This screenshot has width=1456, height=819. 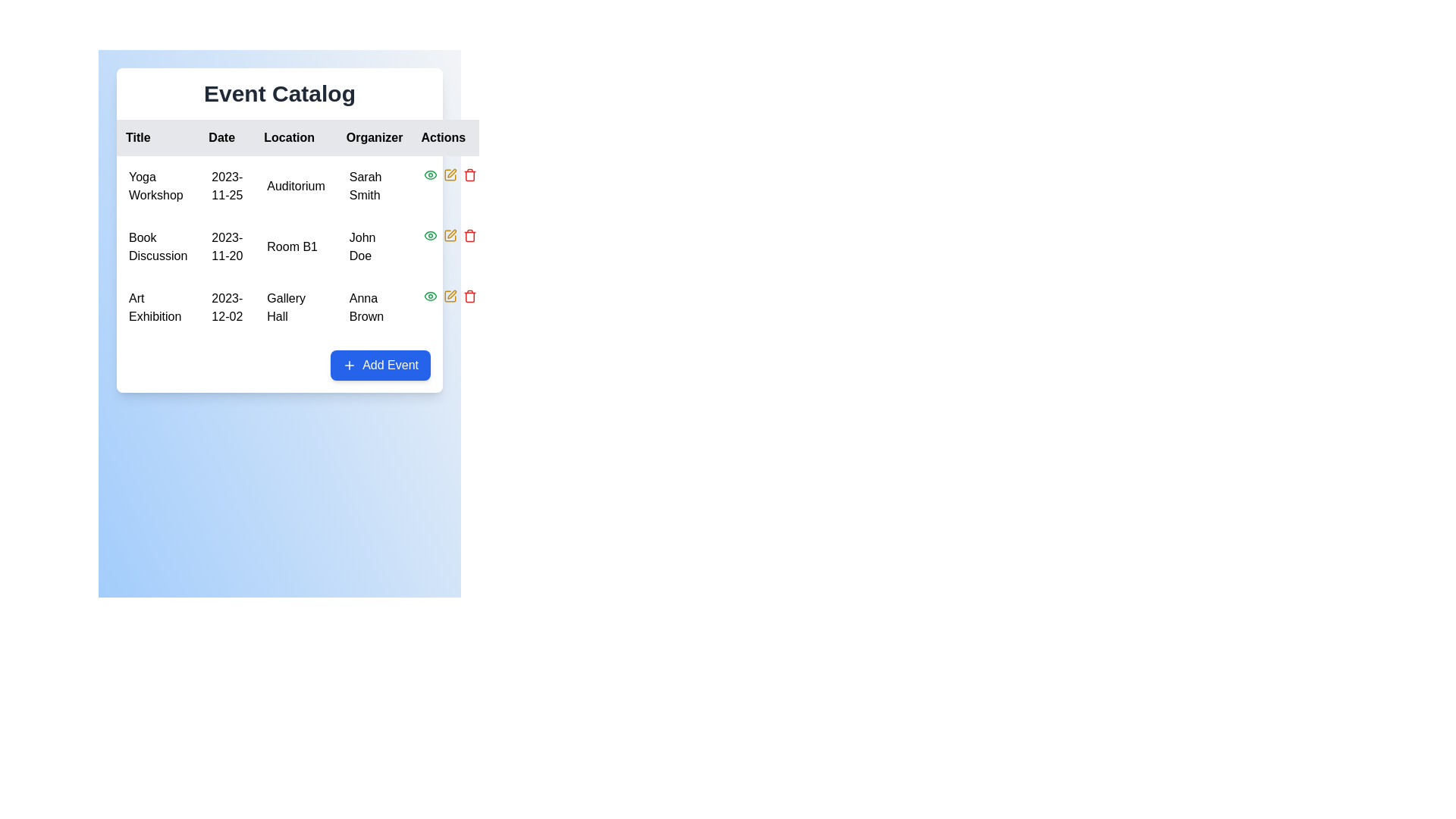 What do you see at coordinates (381, 366) in the screenshot?
I see `the 'Create New Event' button located at the bottom-right corner of the event table card` at bounding box center [381, 366].